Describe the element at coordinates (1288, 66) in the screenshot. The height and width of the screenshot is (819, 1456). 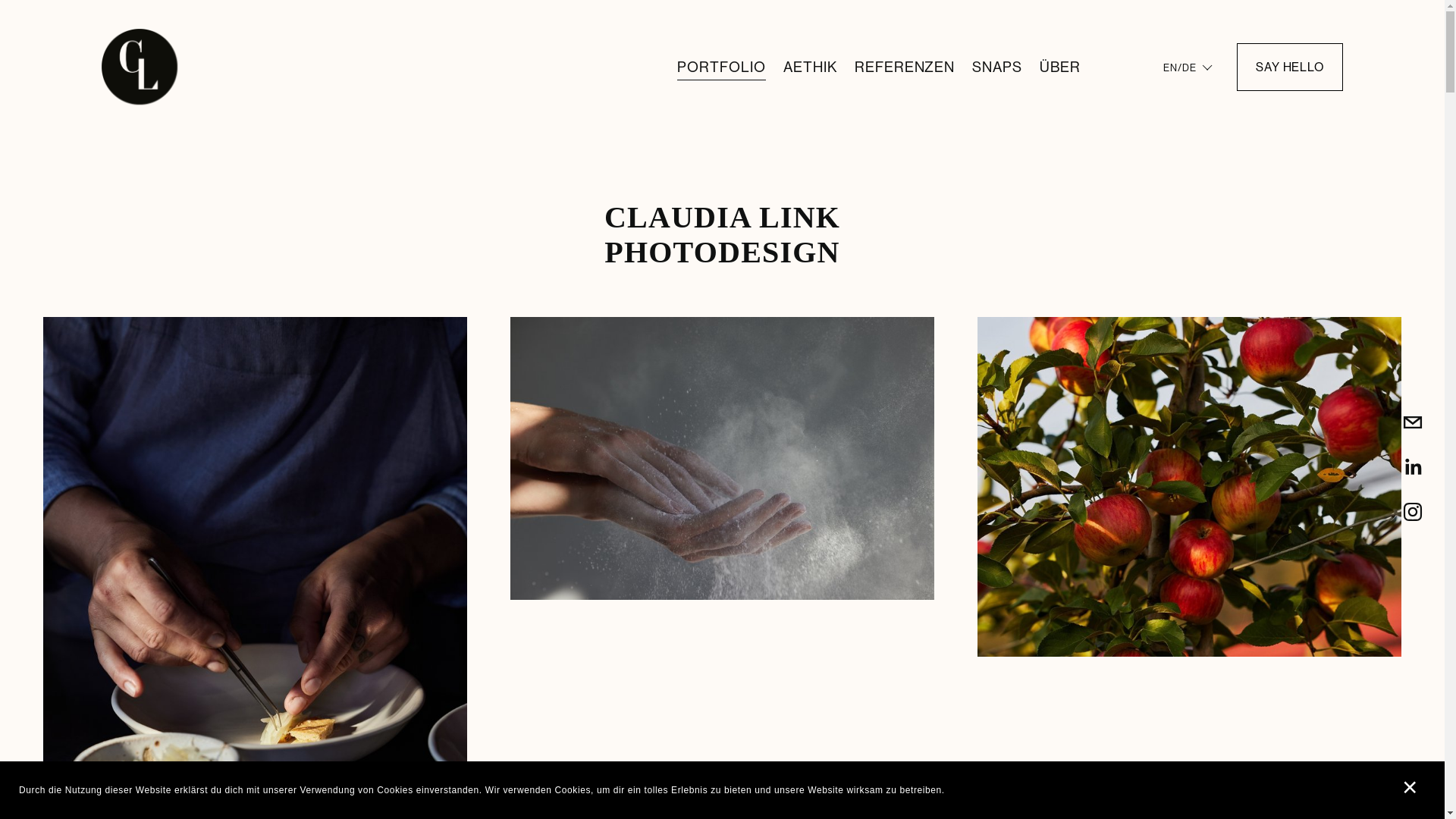
I see `'SAY HELLO'` at that location.